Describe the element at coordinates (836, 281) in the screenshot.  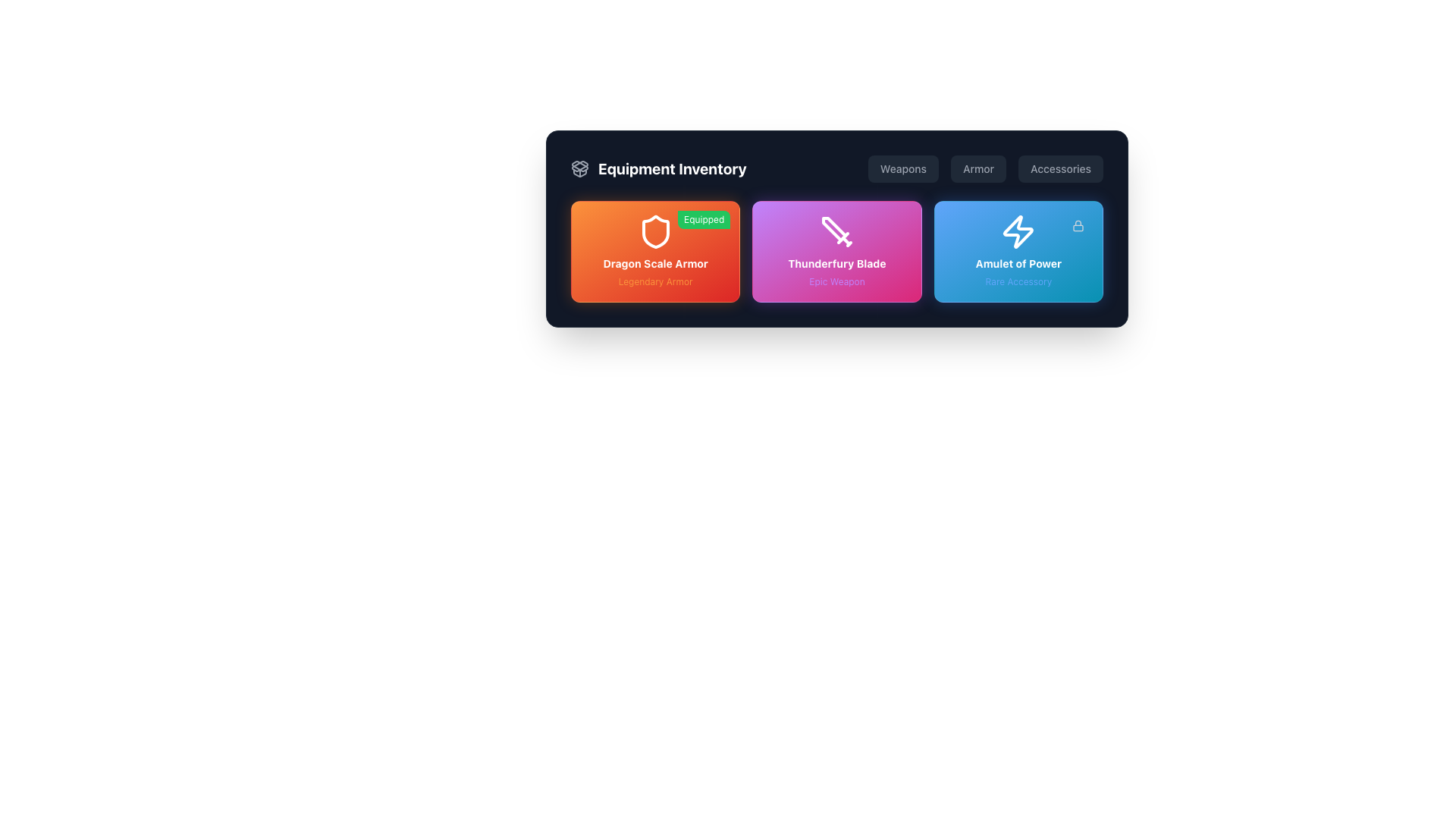
I see `the descriptive label that provides additional information about the 'Thunderfury Blade', which is categorized as an 'Epic Weapon'` at that location.